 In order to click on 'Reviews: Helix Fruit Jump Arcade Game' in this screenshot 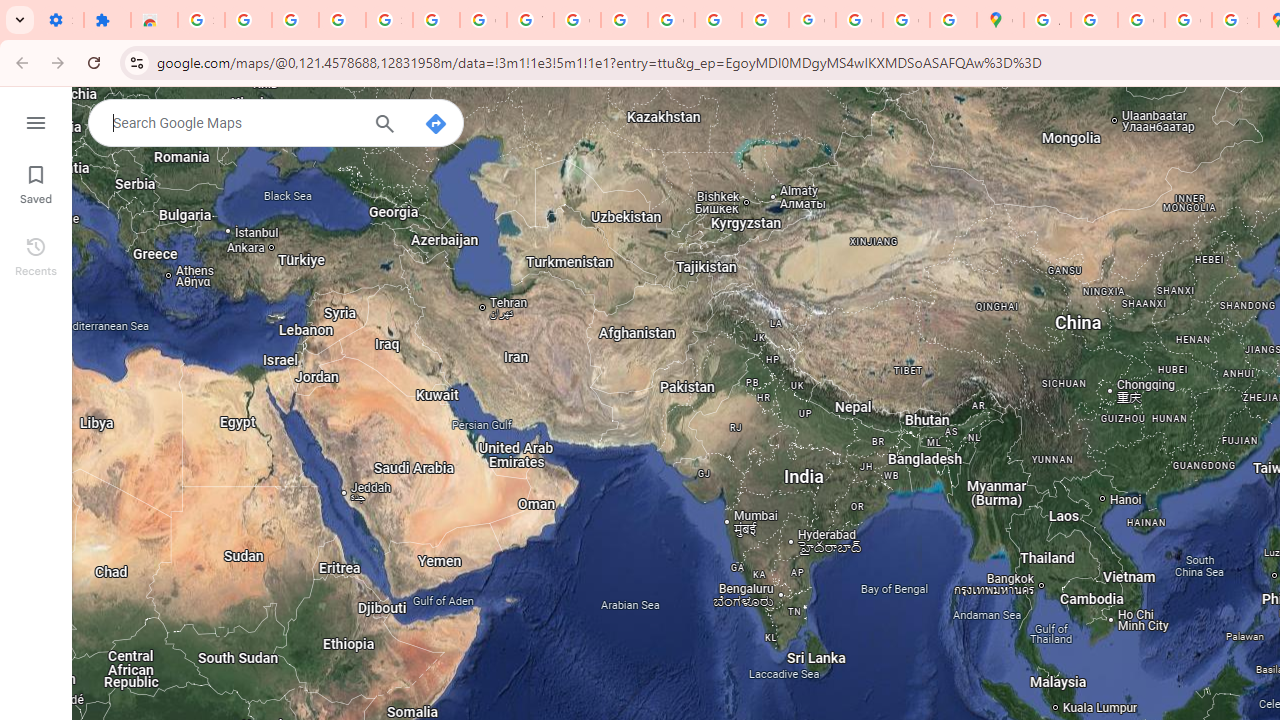, I will do `click(153, 20)`.